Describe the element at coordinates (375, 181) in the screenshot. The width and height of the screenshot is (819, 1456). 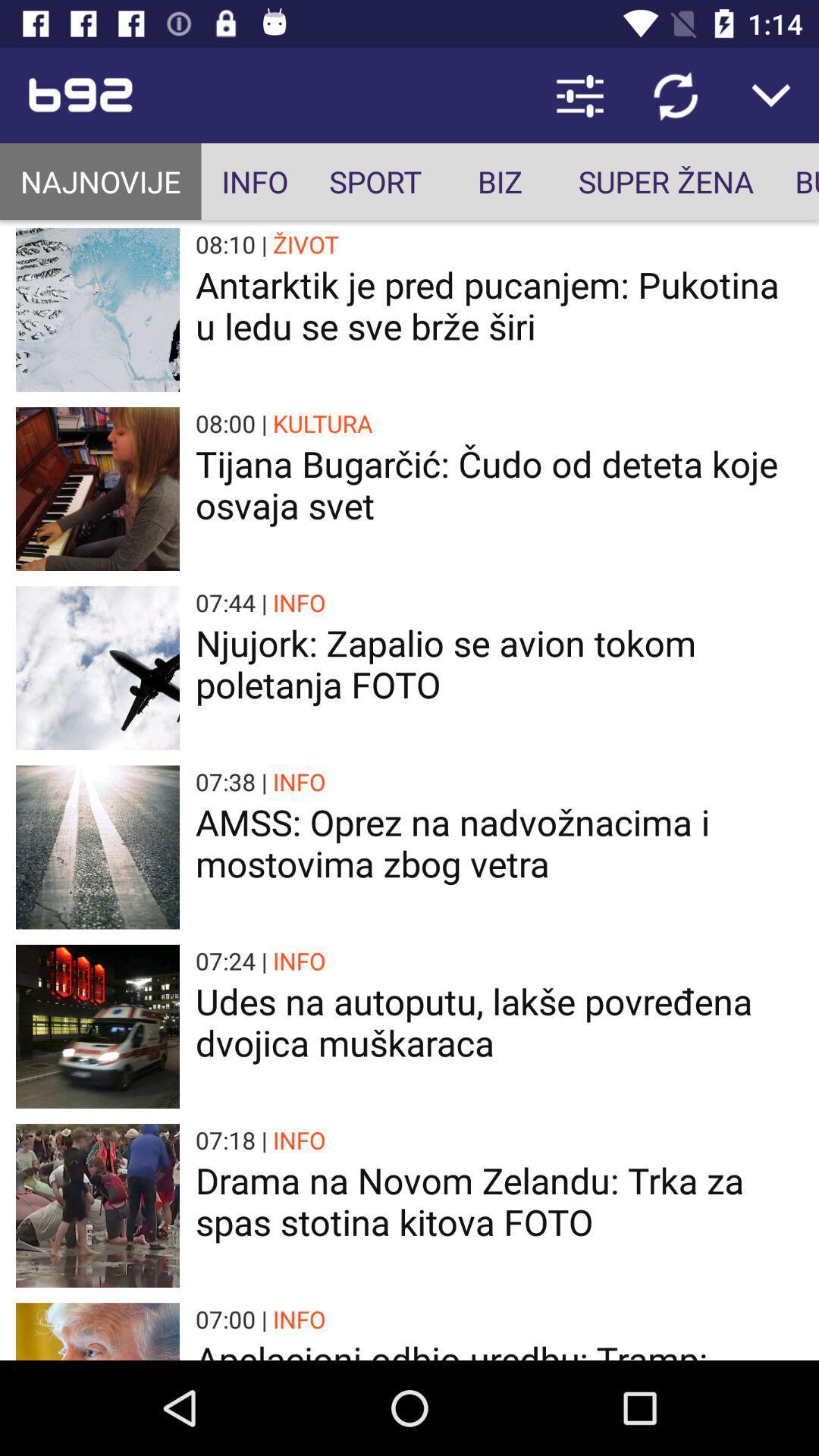
I see `icon to the right of the info icon` at that location.